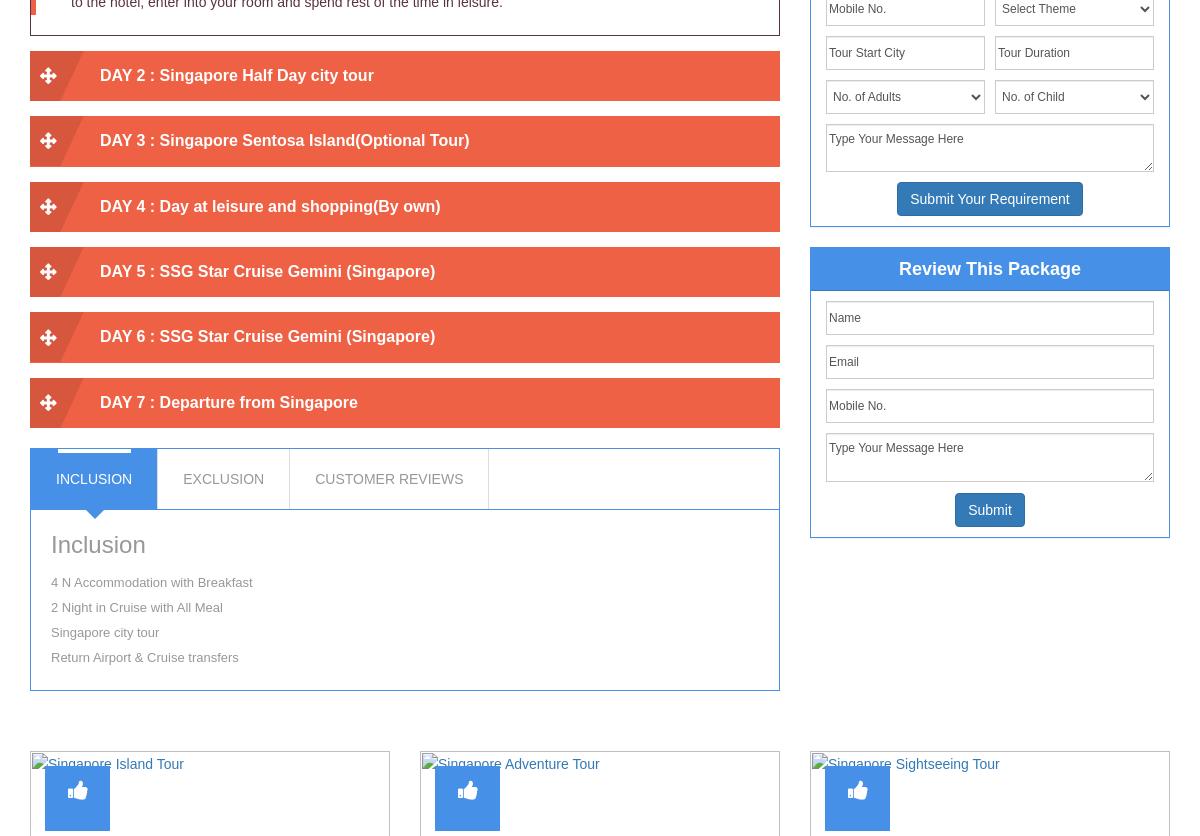 This screenshot has width=1200, height=836. I want to click on 'DAY 7 : Departure from Singapore', so click(227, 400).